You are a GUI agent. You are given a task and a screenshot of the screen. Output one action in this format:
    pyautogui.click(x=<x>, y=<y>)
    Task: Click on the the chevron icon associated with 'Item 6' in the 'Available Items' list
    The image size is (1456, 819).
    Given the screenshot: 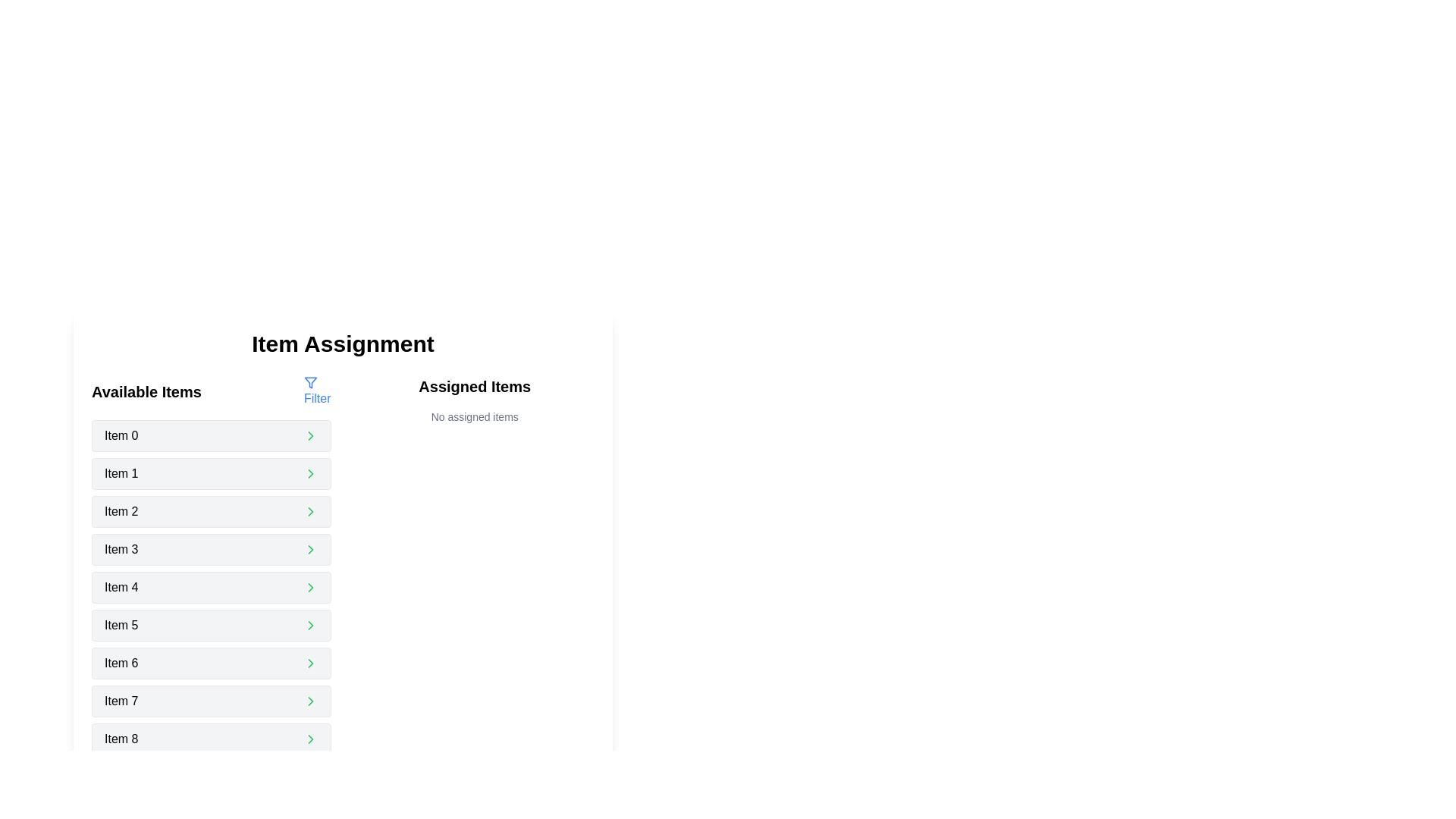 What is the action you would take?
    pyautogui.click(x=309, y=663)
    